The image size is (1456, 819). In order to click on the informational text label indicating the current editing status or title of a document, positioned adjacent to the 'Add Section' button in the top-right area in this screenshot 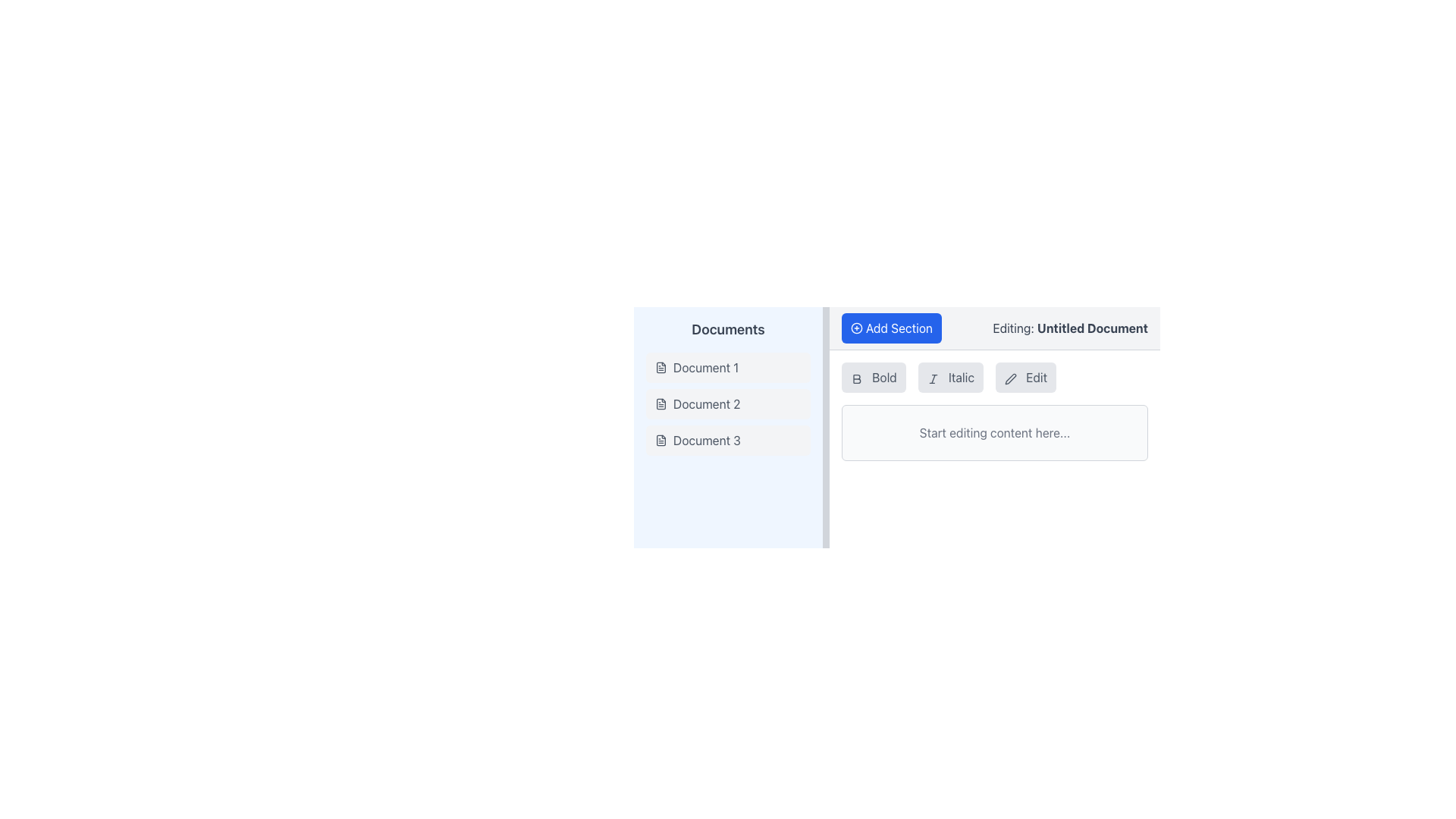, I will do `click(1069, 327)`.